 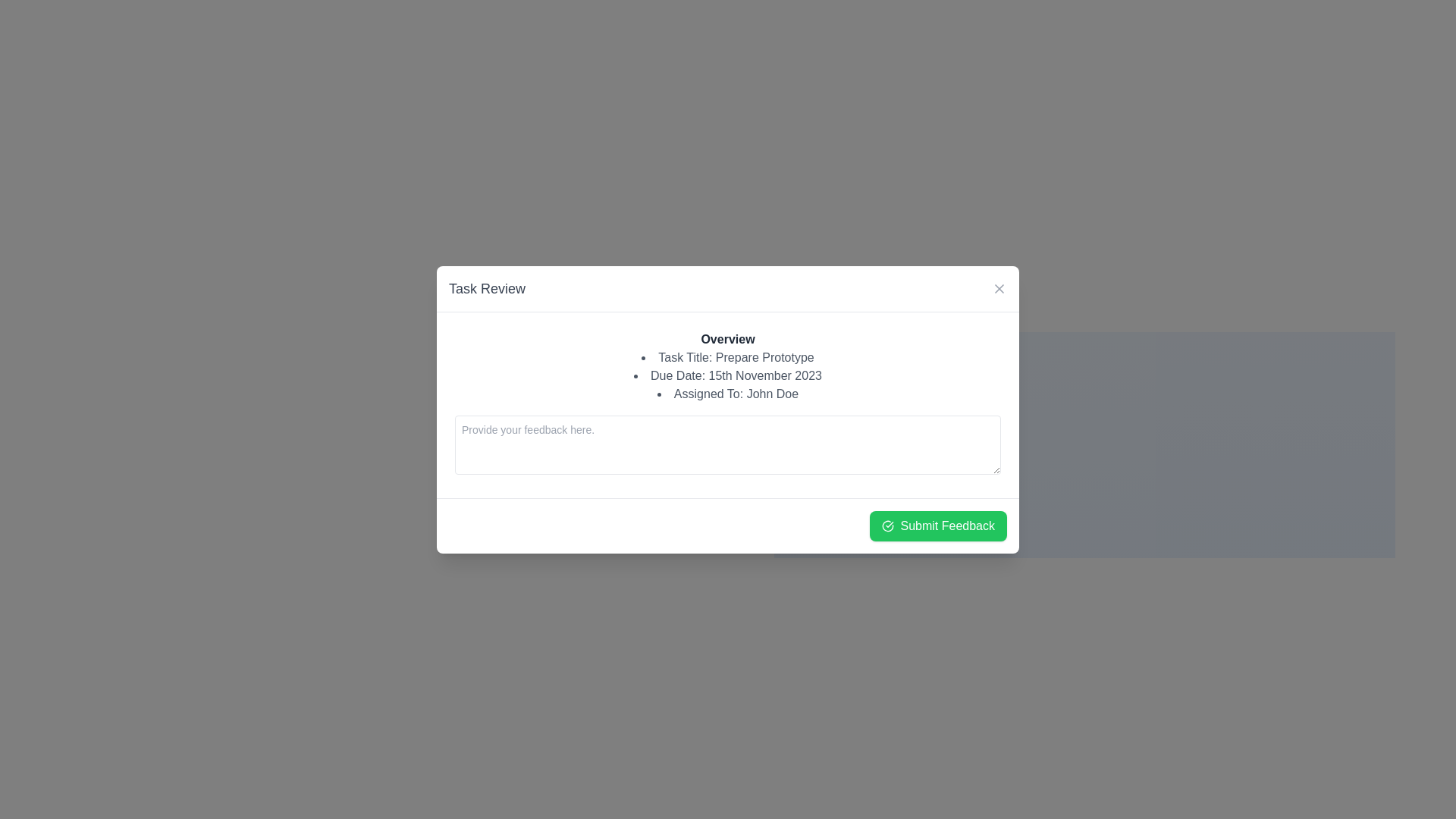 What do you see at coordinates (728, 338) in the screenshot?
I see `the static text label that indicates the section title for the following information, positioned at the top of the modal above 'Task Title', 'Due Date', and 'Assigned To'` at bounding box center [728, 338].